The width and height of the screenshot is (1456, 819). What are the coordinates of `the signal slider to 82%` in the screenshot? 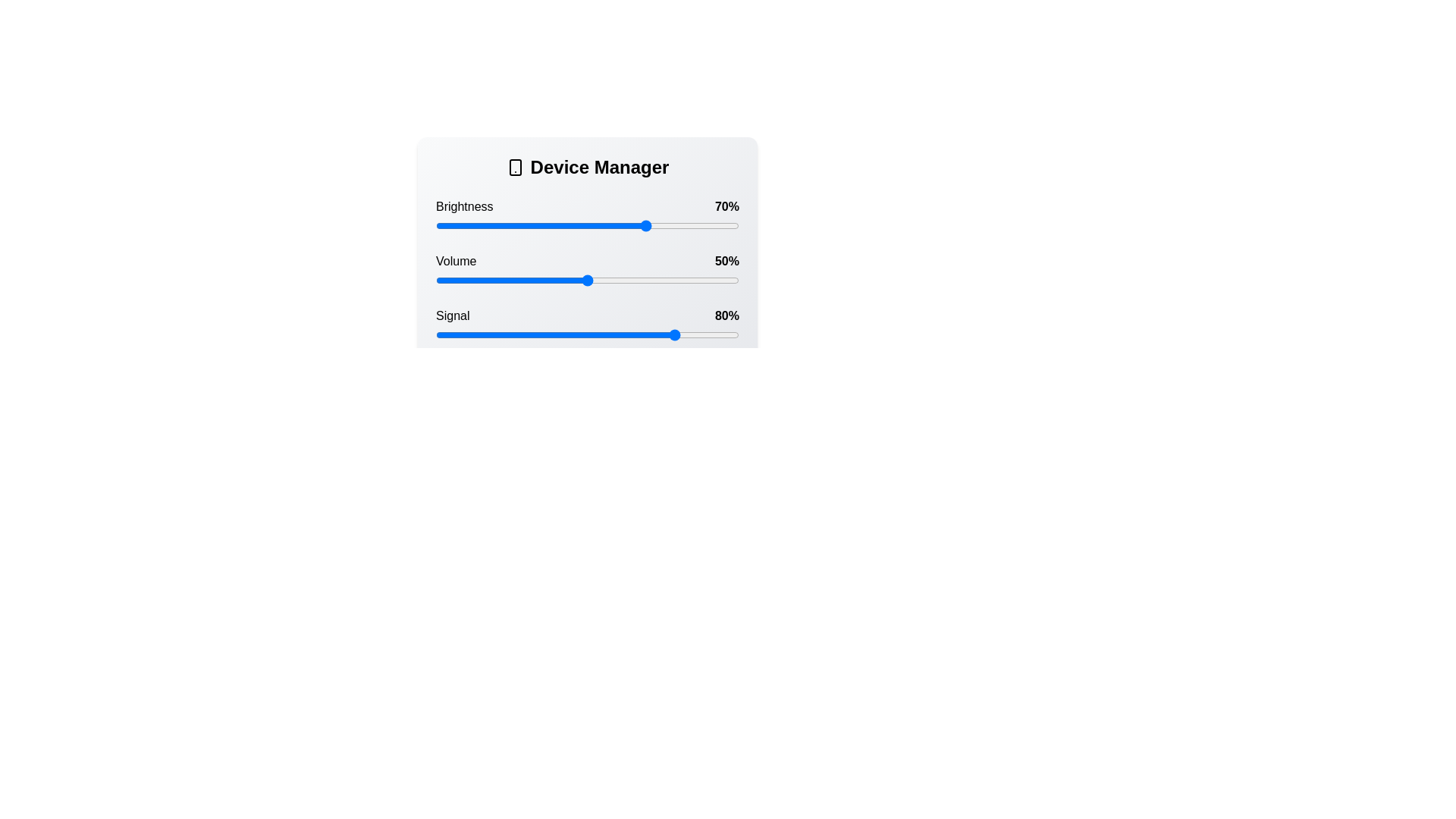 It's located at (683, 334).